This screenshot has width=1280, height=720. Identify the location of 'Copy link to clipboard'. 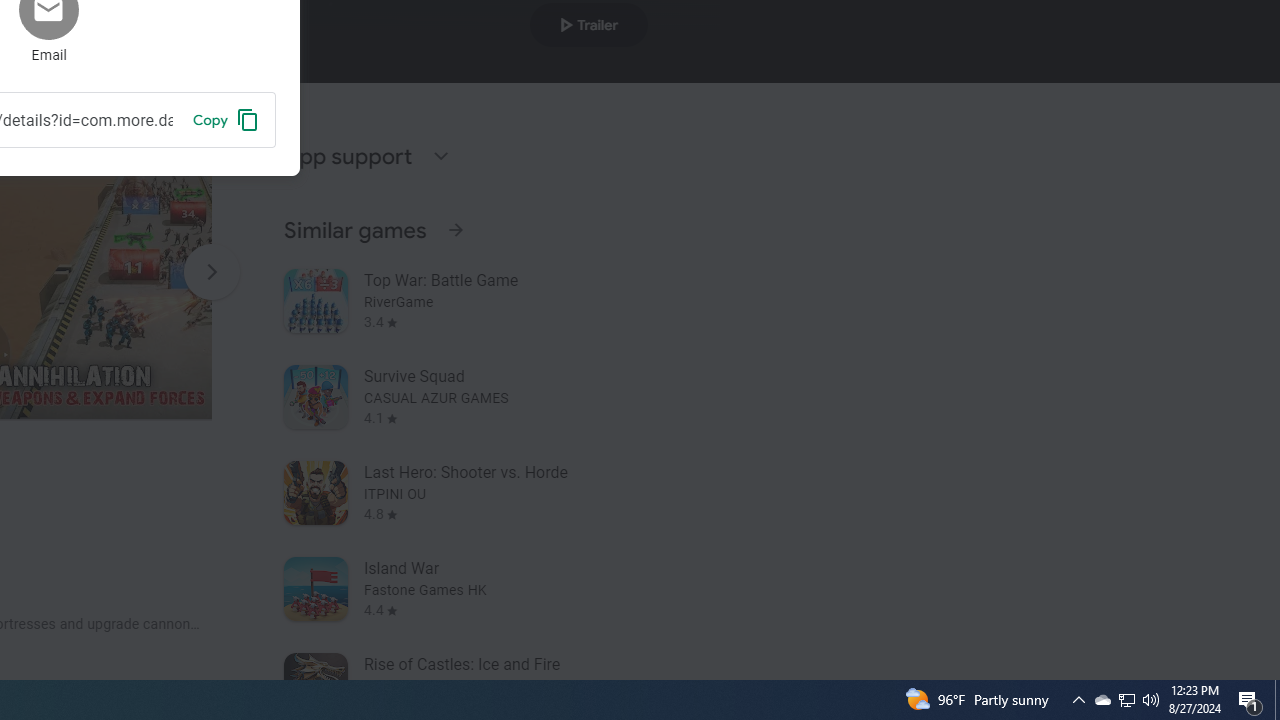
(225, 119).